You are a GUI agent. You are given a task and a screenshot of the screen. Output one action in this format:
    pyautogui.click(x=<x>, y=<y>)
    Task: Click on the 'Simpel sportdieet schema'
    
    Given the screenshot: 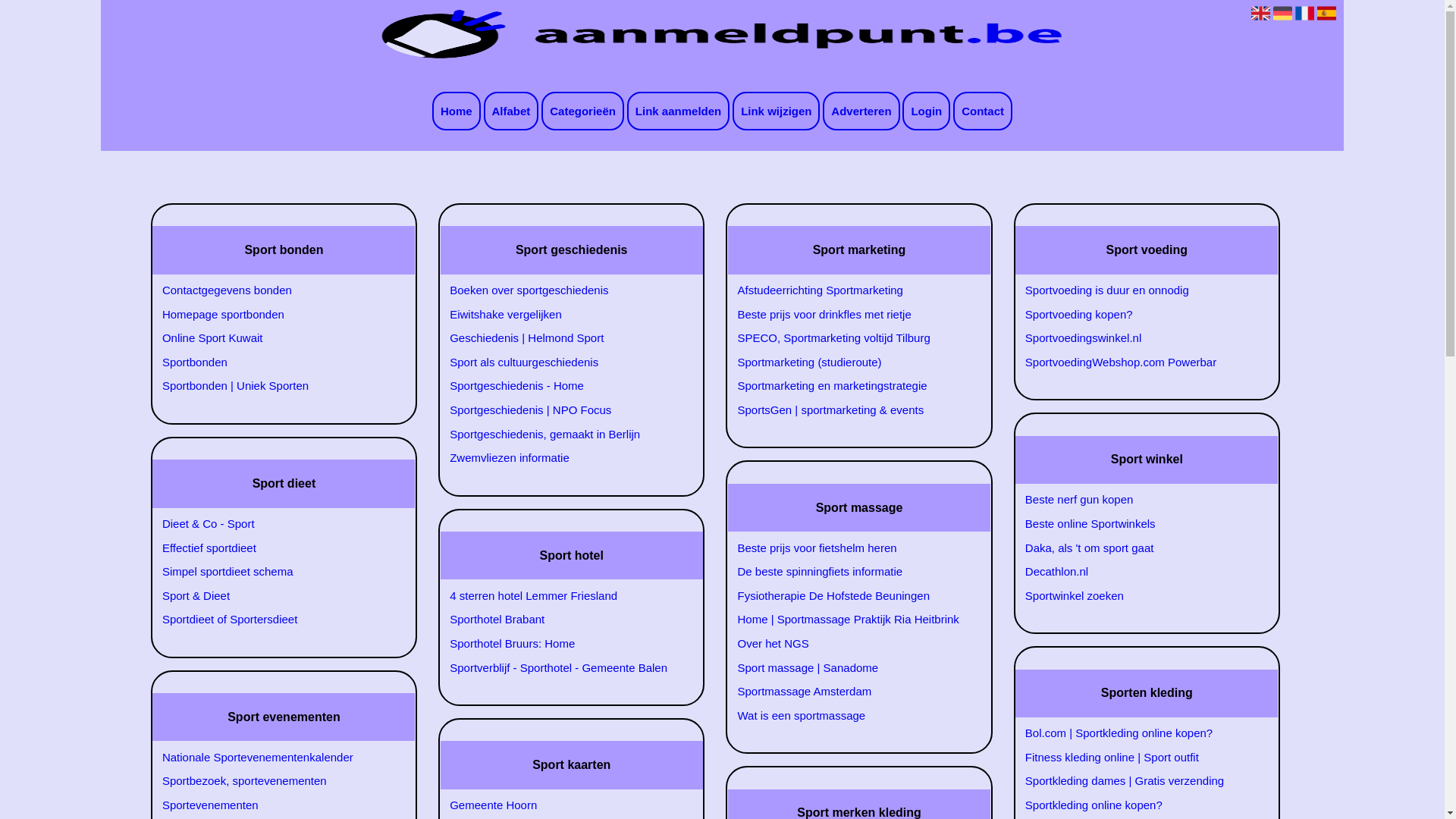 What is the action you would take?
    pyautogui.click(x=275, y=571)
    